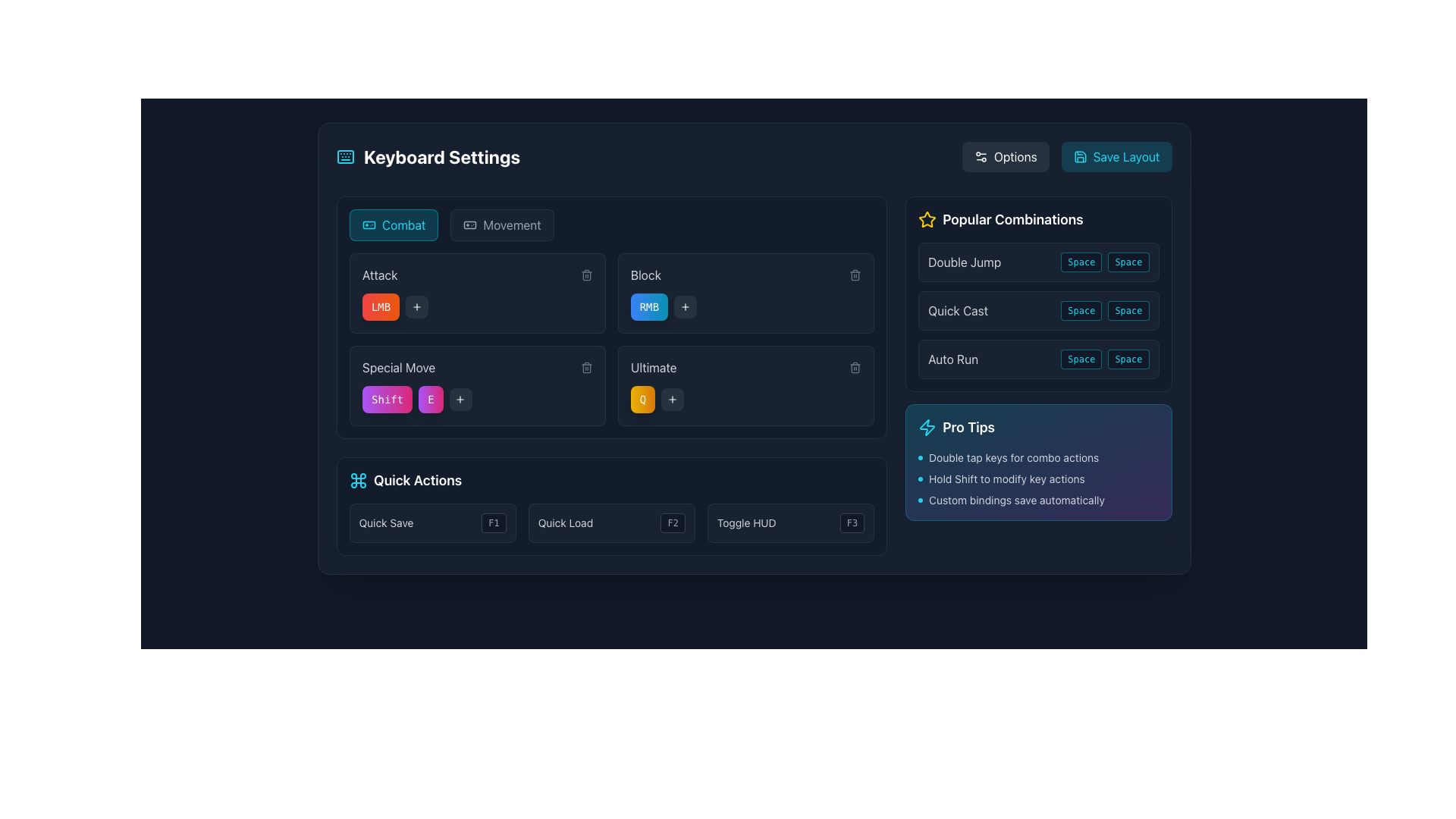  Describe the element at coordinates (1037, 294) in the screenshot. I see `the first informational module on keyboard settings that provides predefined keybinding combinations, located on the right side of the interface` at that location.